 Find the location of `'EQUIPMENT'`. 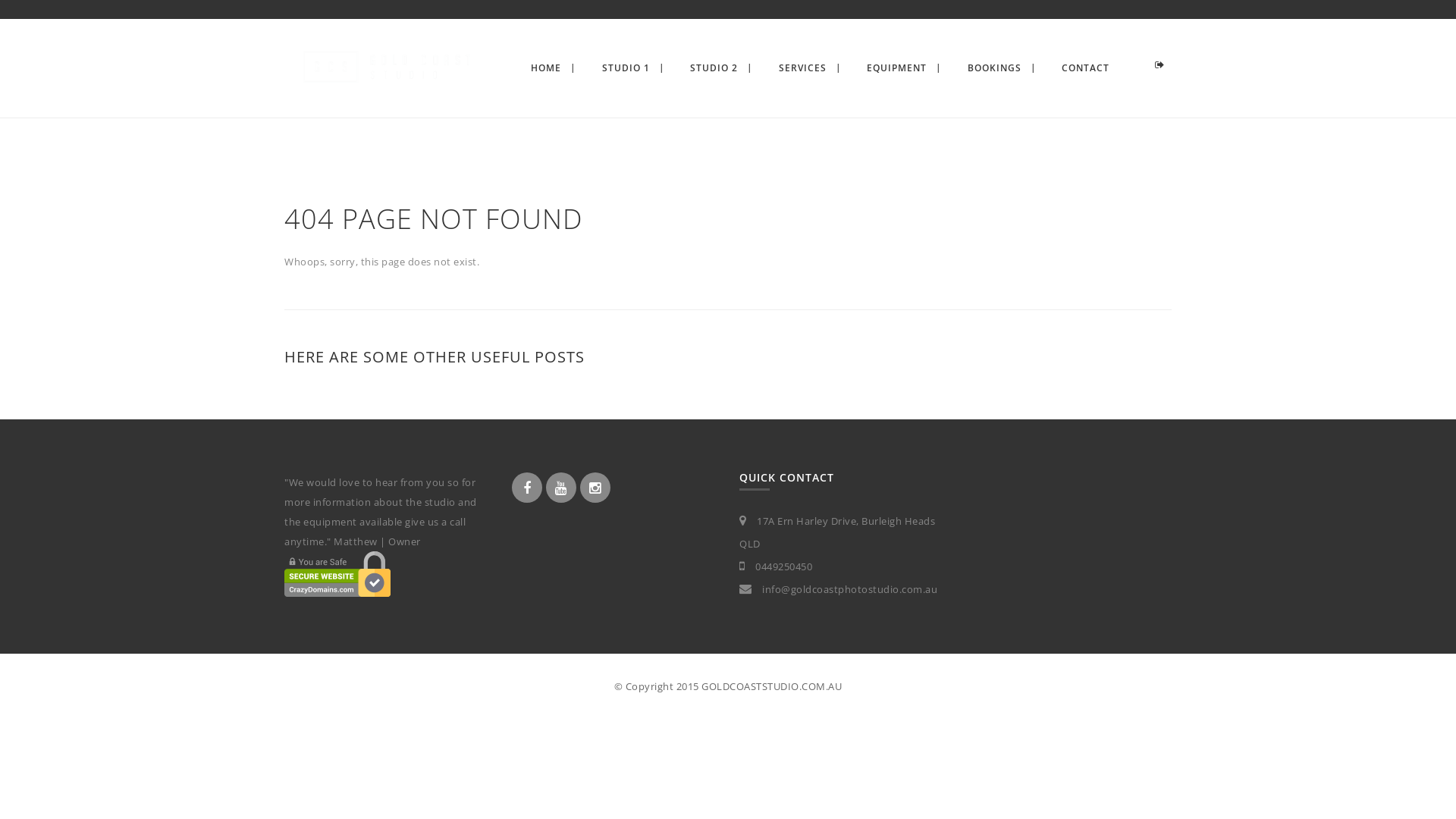

'EQUIPMENT' is located at coordinates (852, 67).